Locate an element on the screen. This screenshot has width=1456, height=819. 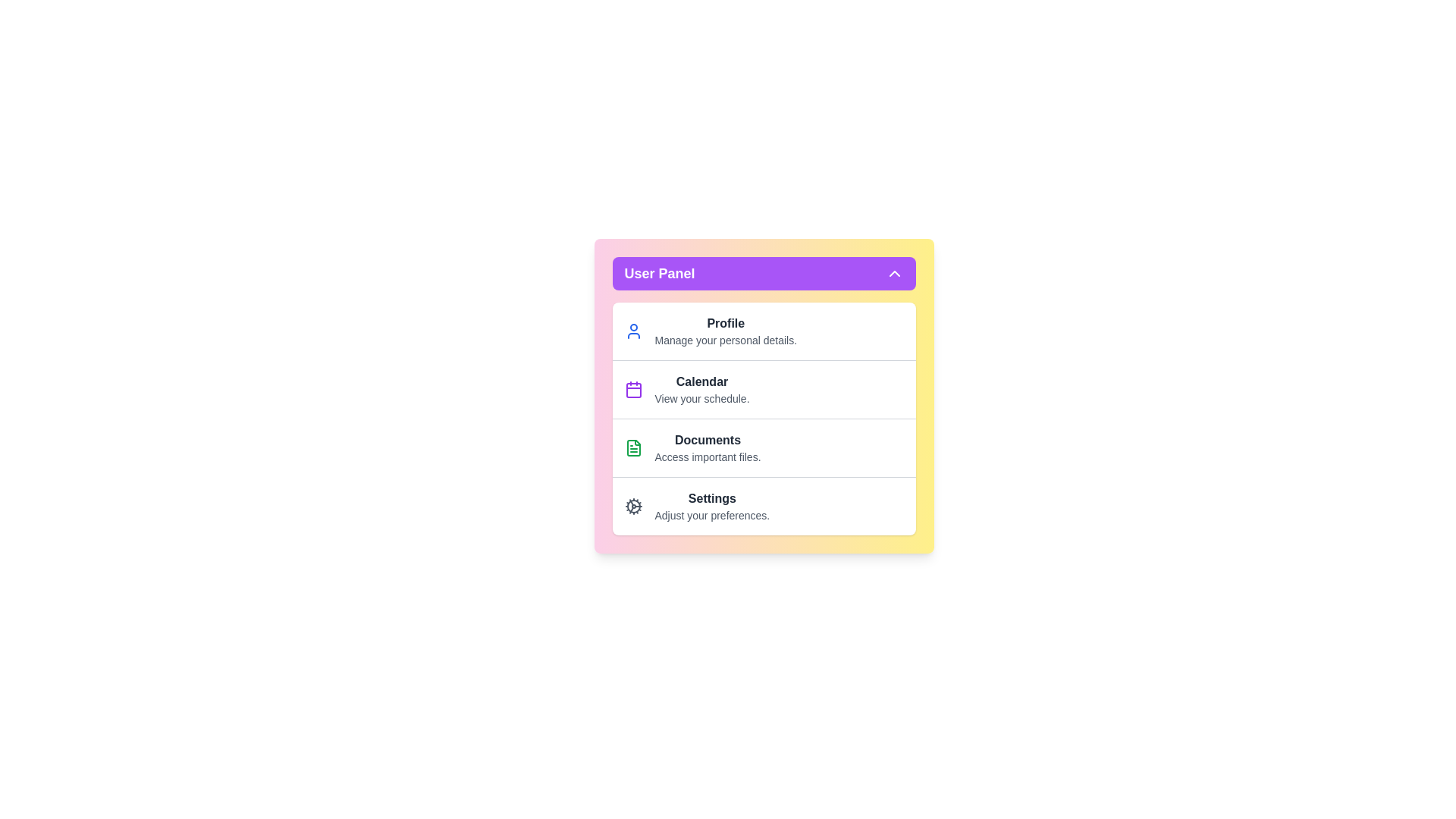
the 'Documents' section title in the user panel, which serves as a heading indicating access to relevant files is located at coordinates (707, 441).